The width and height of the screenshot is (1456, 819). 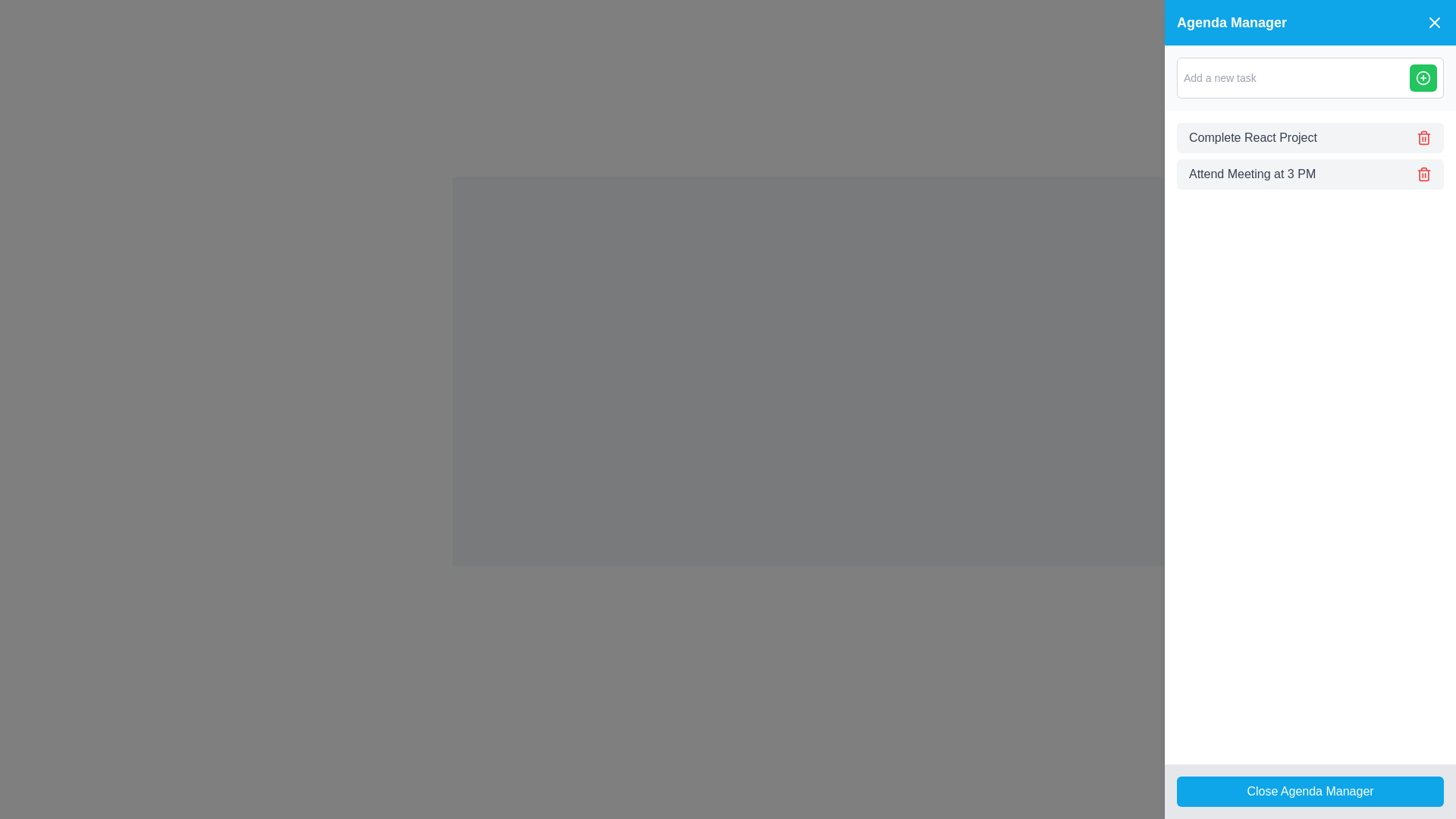 What do you see at coordinates (1423, 137) in the screenshot?
I see `the delete icon button located at the far right side of the task item labeled 'Complete React Project'` at bounding box center [1423, 137].